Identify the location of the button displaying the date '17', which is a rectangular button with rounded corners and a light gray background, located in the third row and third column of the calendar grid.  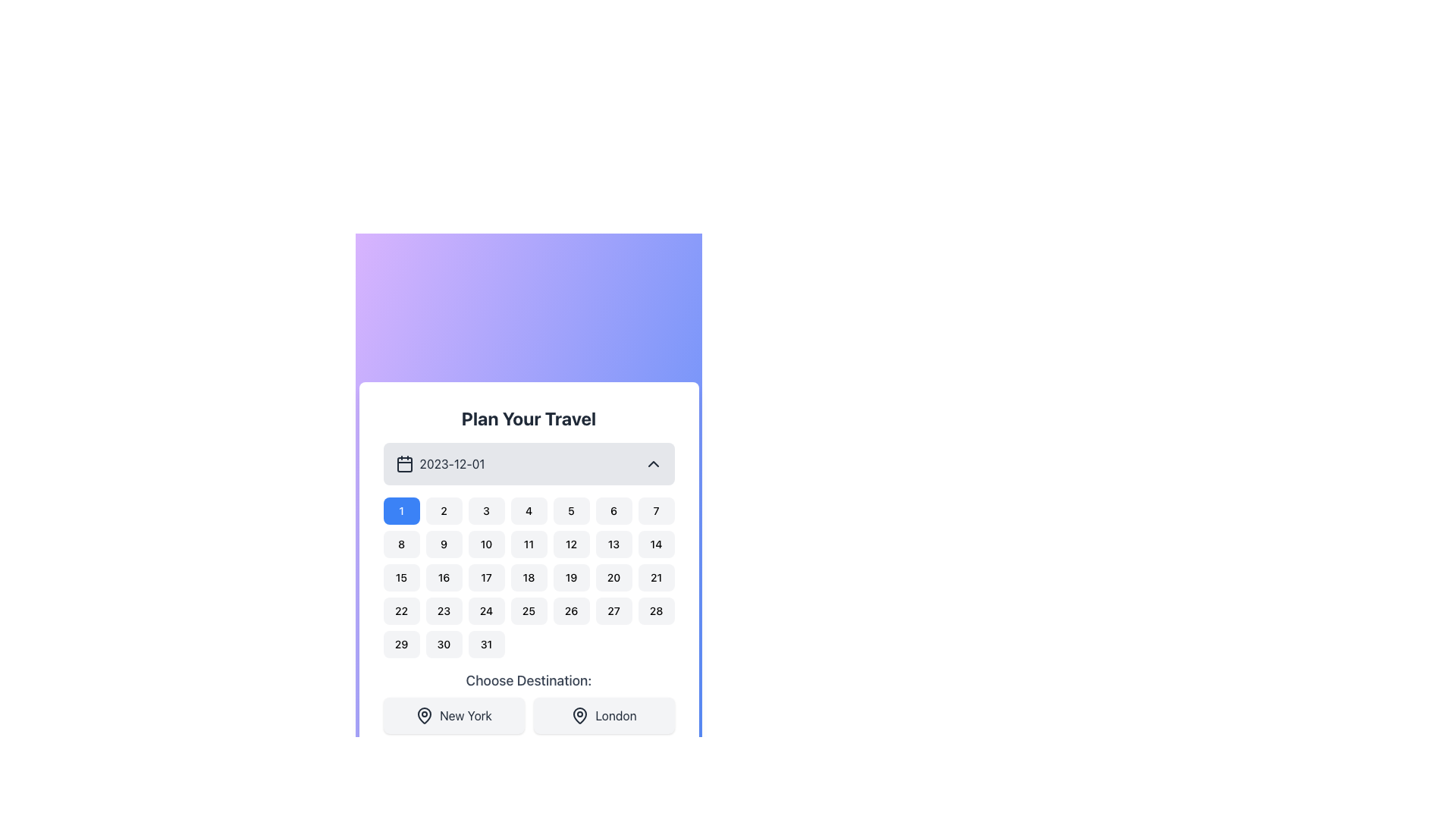
(486, 578).